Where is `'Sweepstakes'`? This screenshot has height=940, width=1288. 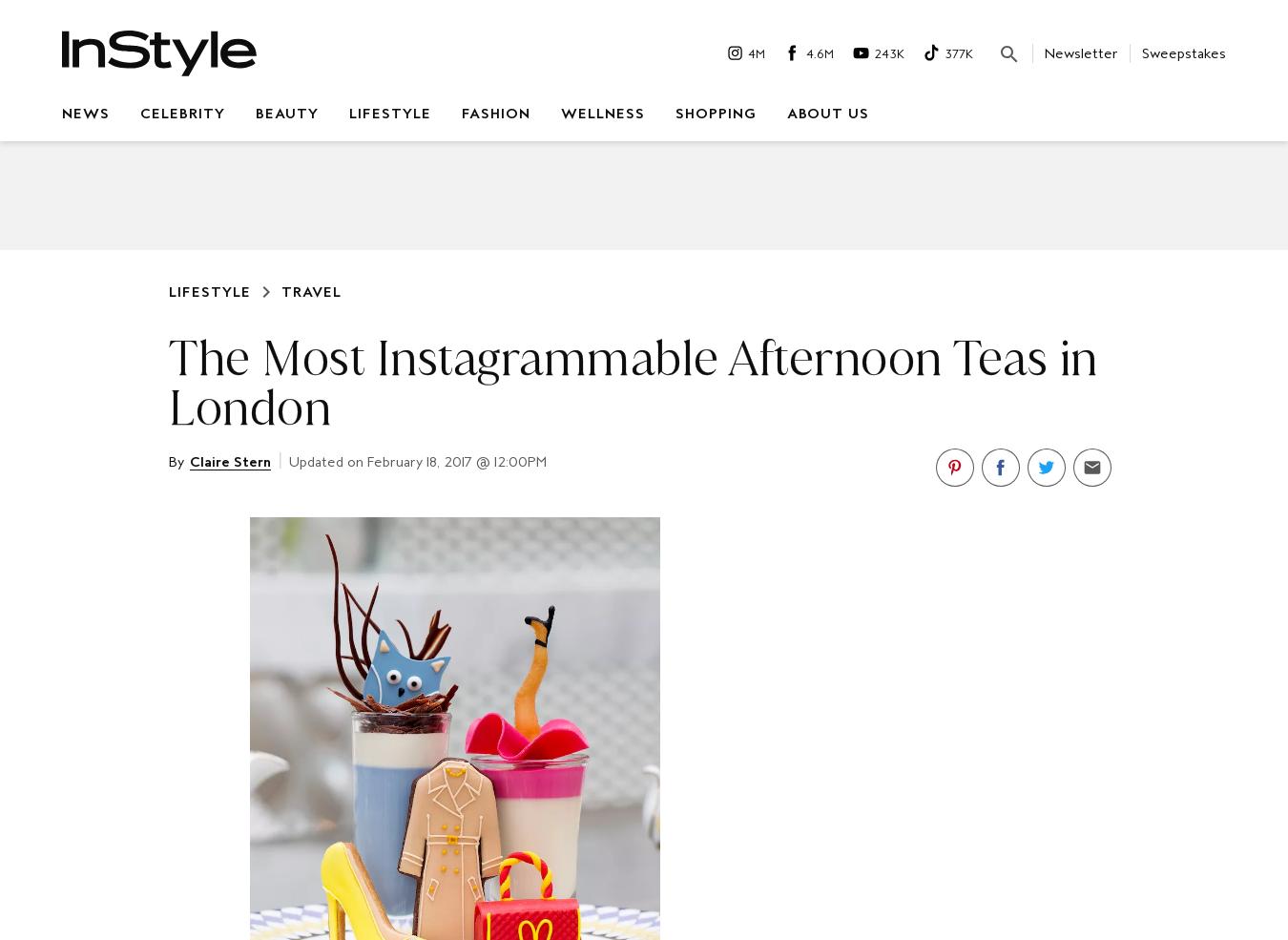 'Sweepstakes' is located at coordinates (1184, 51).